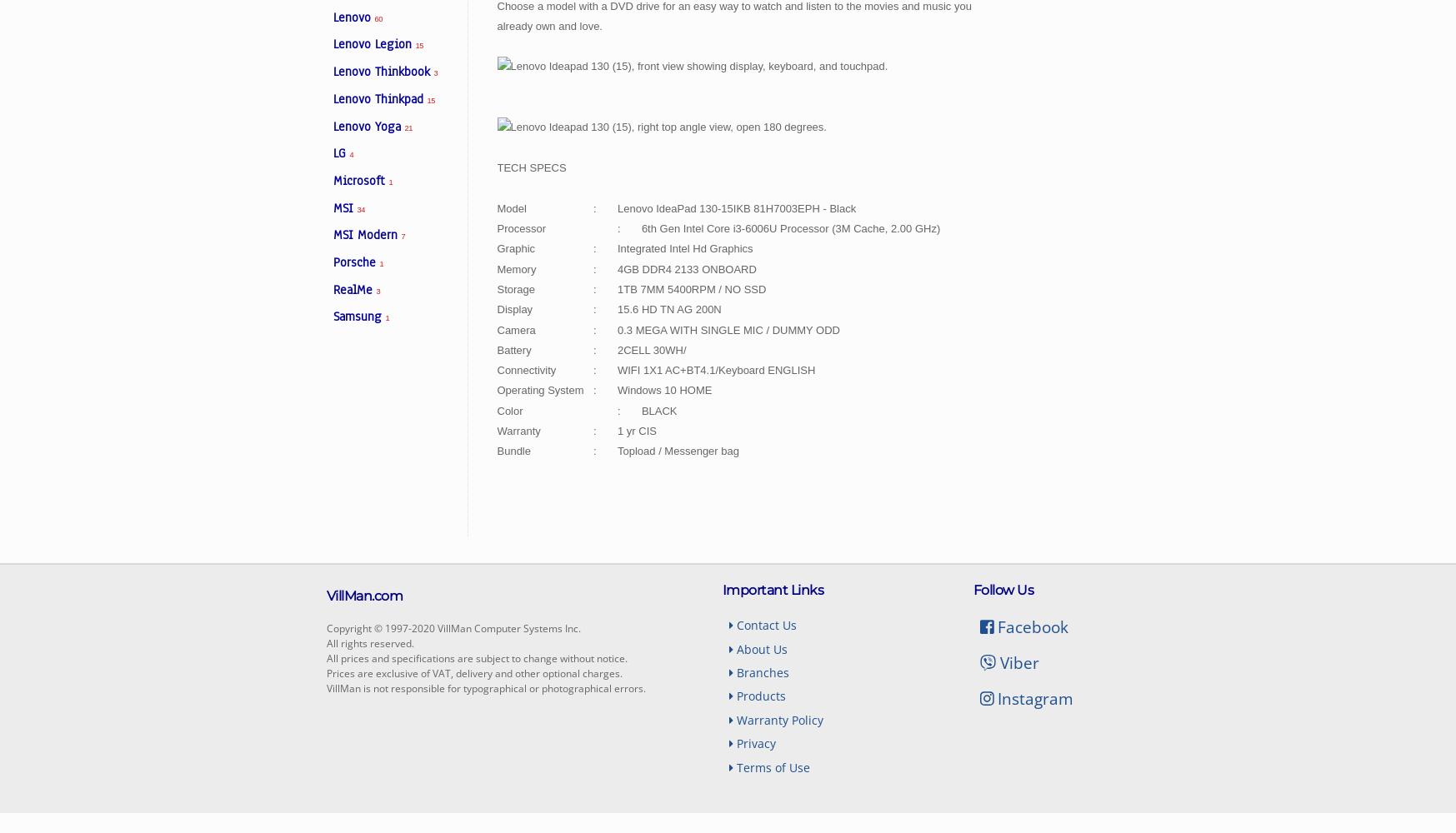 Image resolution: width=1456 pixels, height=833 pixels. Describe the element at coordinates (526, 369) in the screenshot. I see `'Connectivity'` at that location.